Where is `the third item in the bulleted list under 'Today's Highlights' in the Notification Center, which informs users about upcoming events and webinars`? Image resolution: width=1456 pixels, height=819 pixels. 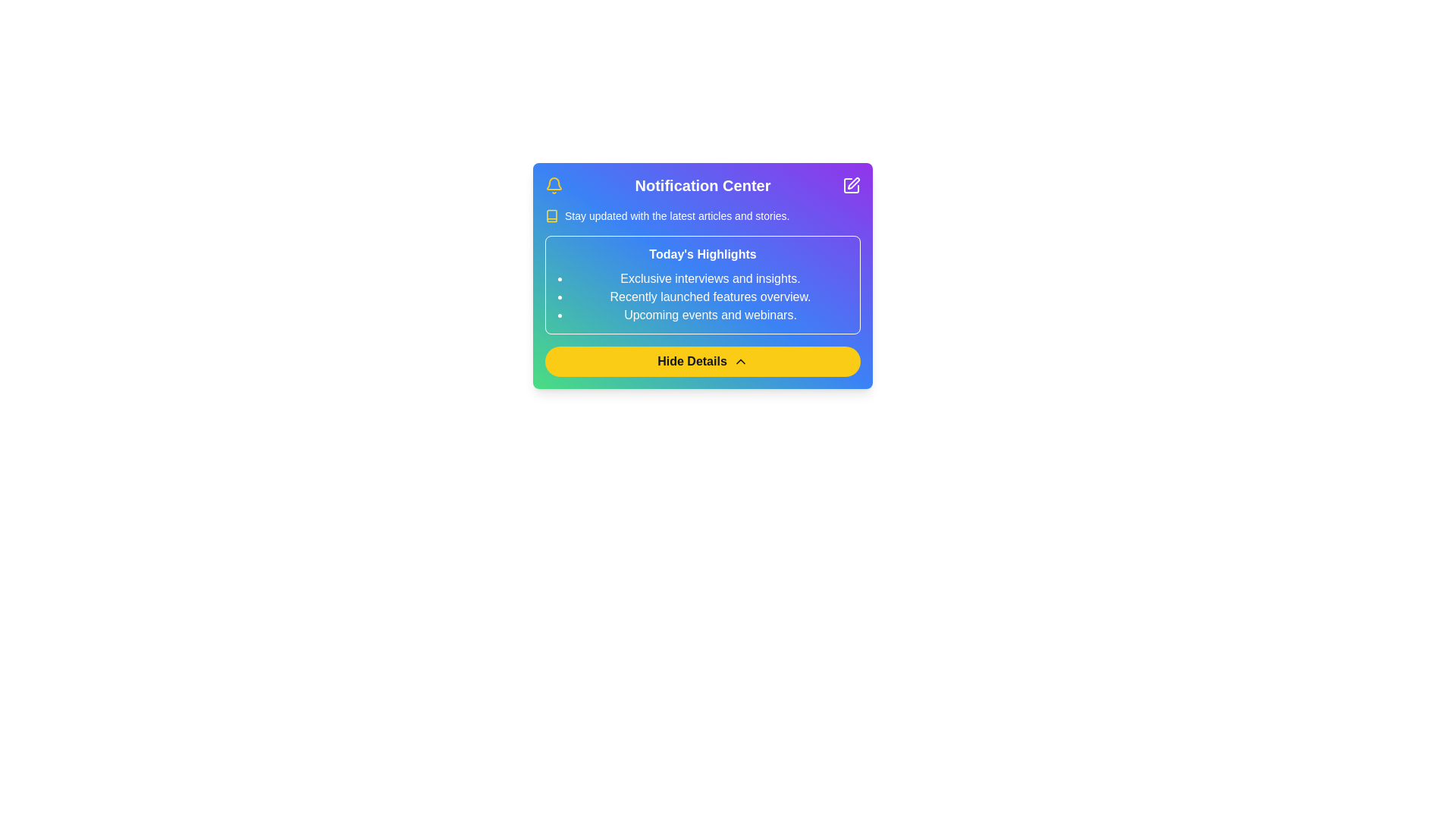 the third item in the bulleted list under 'Today's Highlights' in the Notification Center, which informs users about upcoming events and webinars is located at coordinates (709, 315).